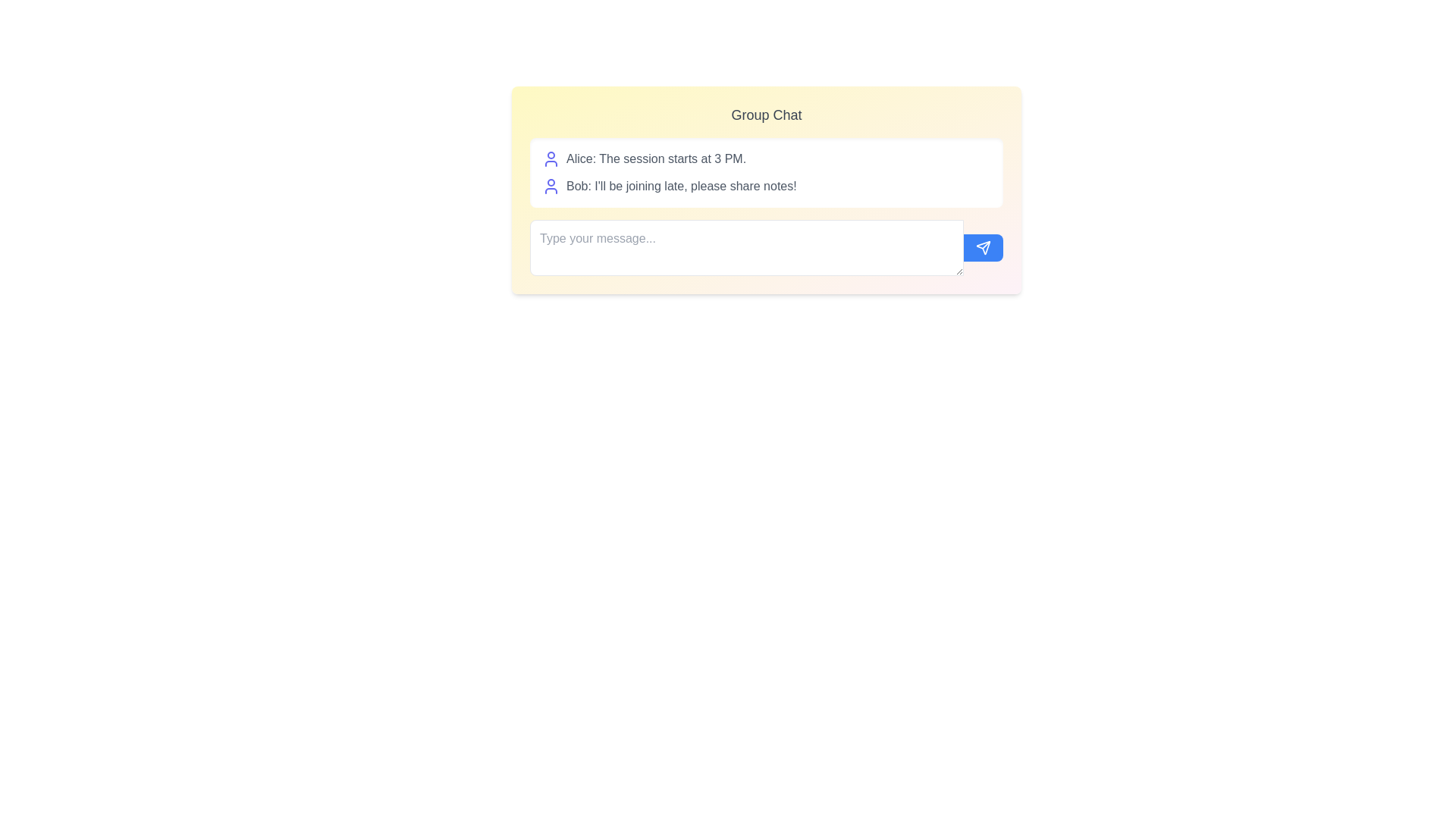 This screenshot has height=819, width=1456. I want to click on the second user message in the chat interface, so click(767, 186).